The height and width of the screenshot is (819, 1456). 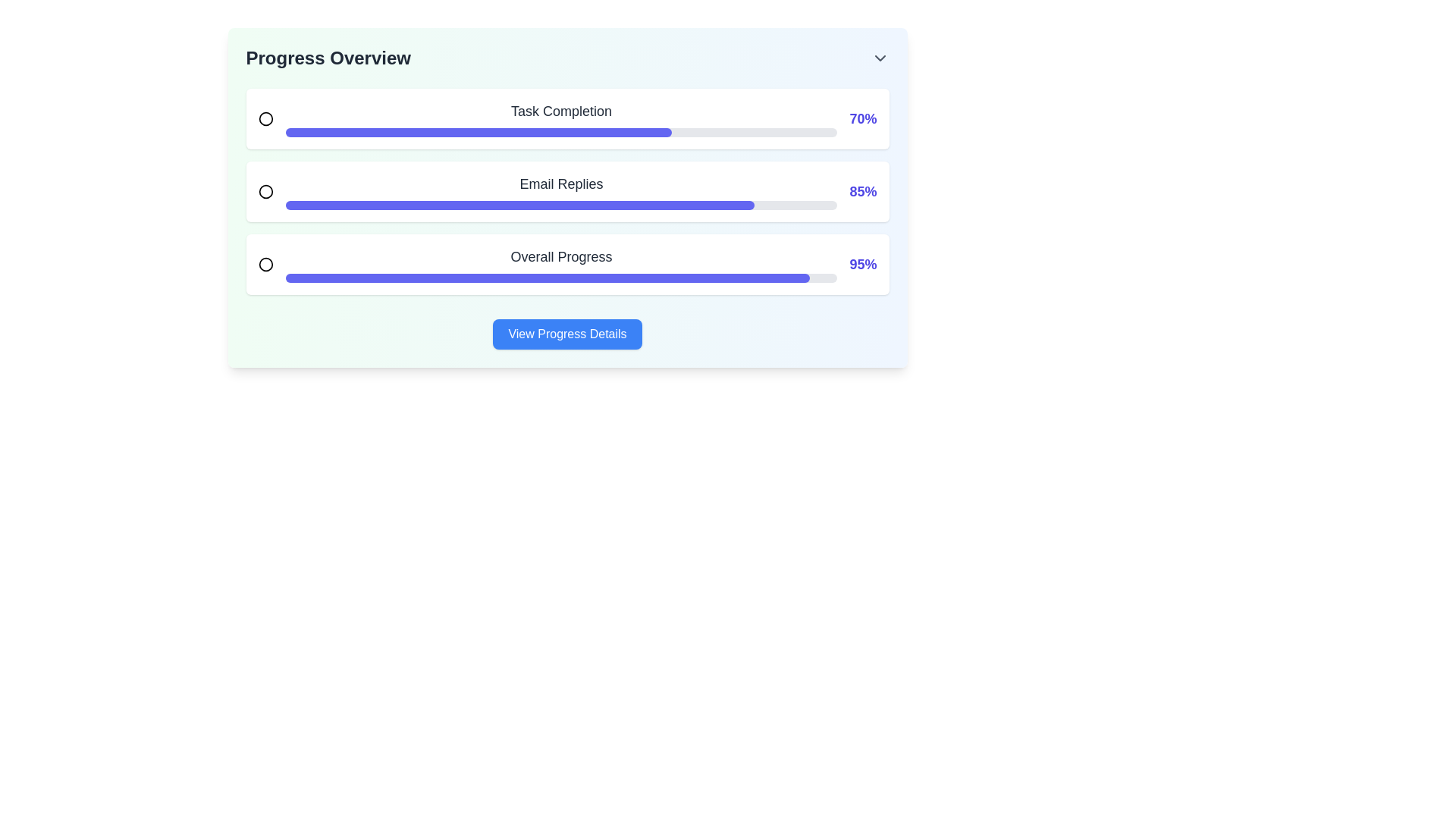 I want to click on the Progress Indicator located below the 'Progress Overview' header, which visually represents task metrics including 'Task Completion', 'Email Replies', and 'Overall Progress', so click(x=566, y=191).